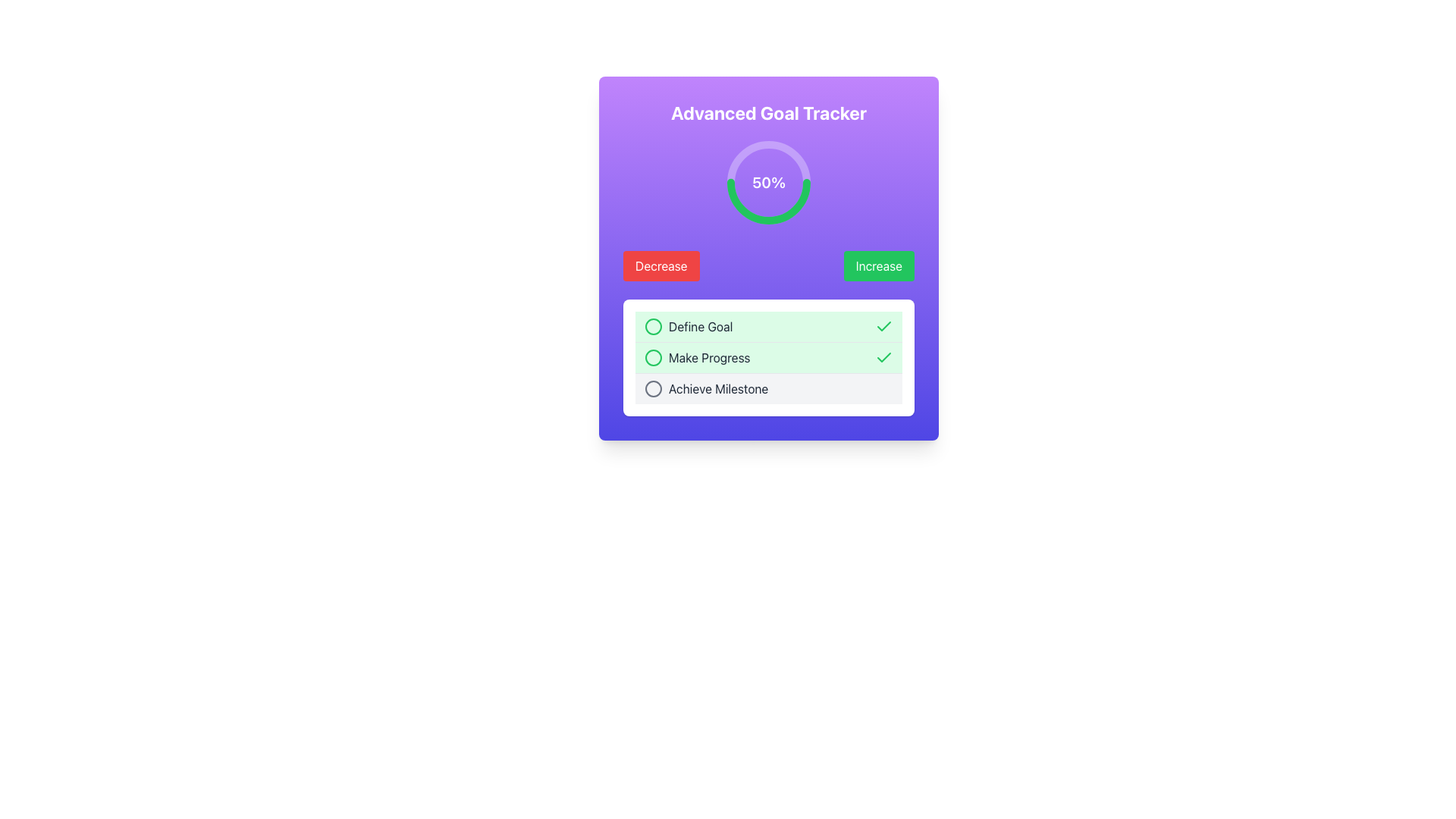 The image size is (1456, 819). I want to click on the Milestone Indicator for 'Achieve Milestone', which is the last item in the list indicating its current state as incomplete, so click(768, 388).